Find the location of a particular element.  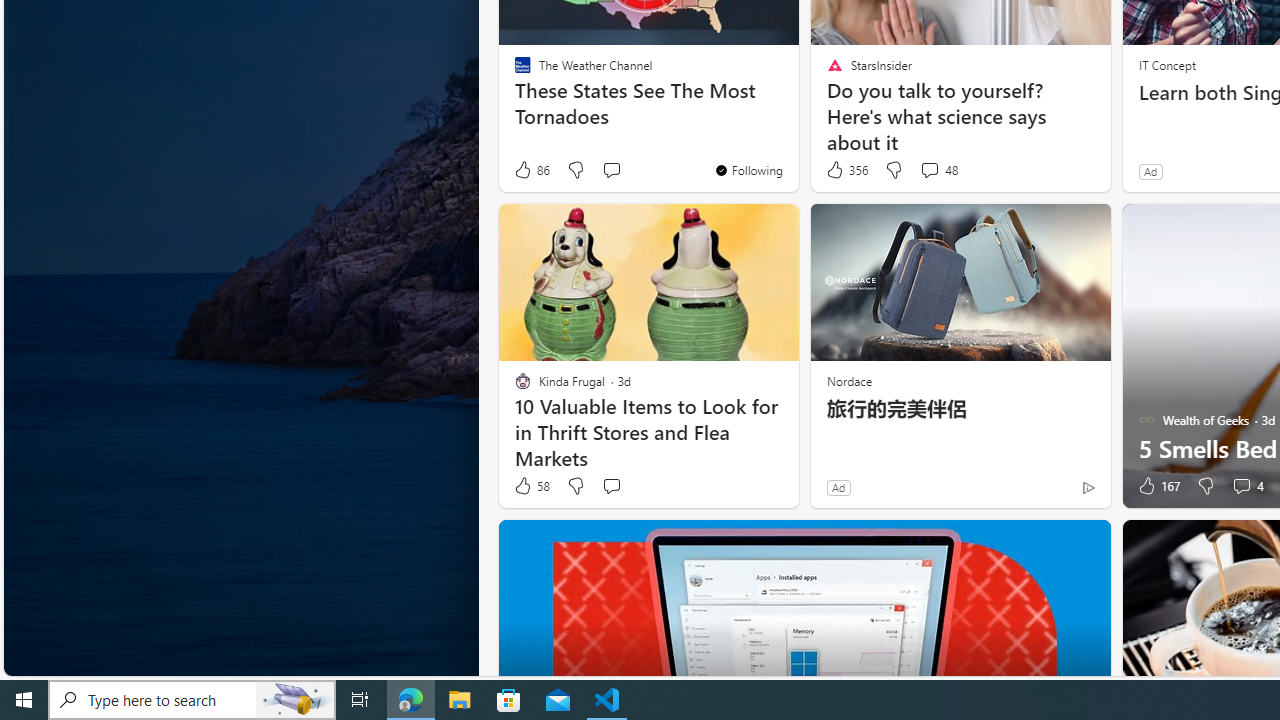

'167 Like' is located at coordinates (1157, 486).